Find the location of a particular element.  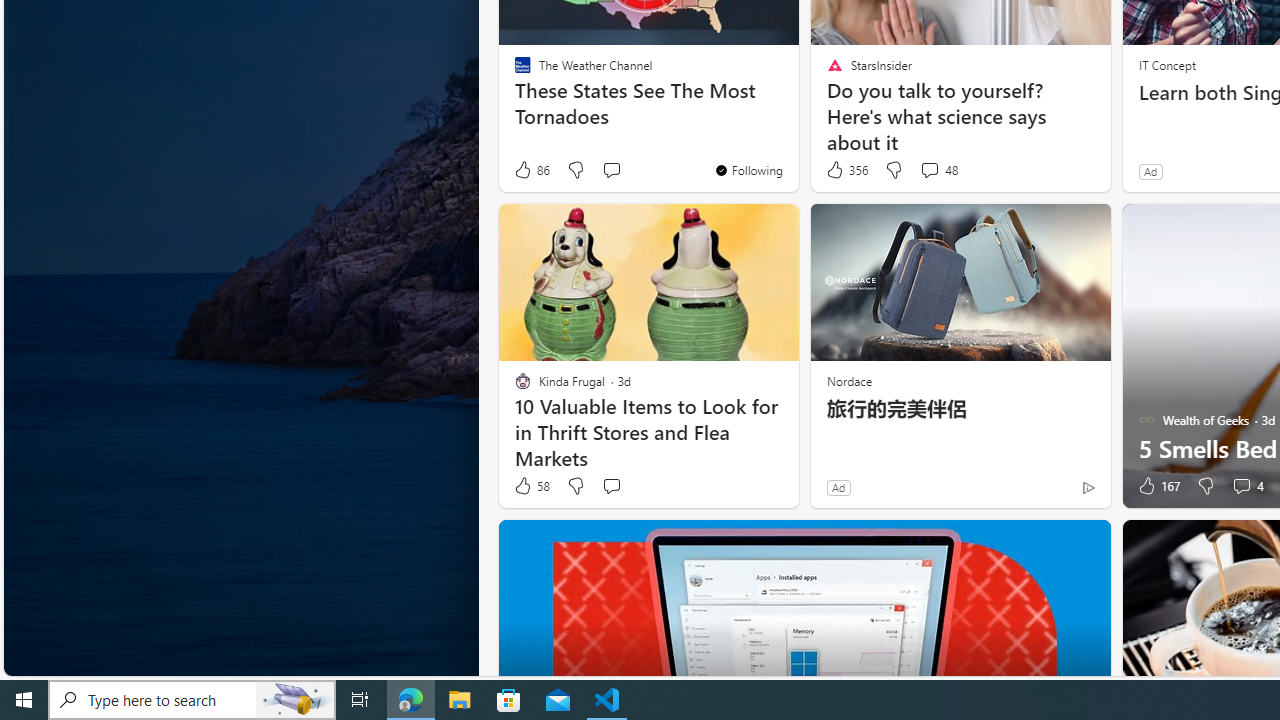

'167 Like' is located at coordinates (1157, 486).